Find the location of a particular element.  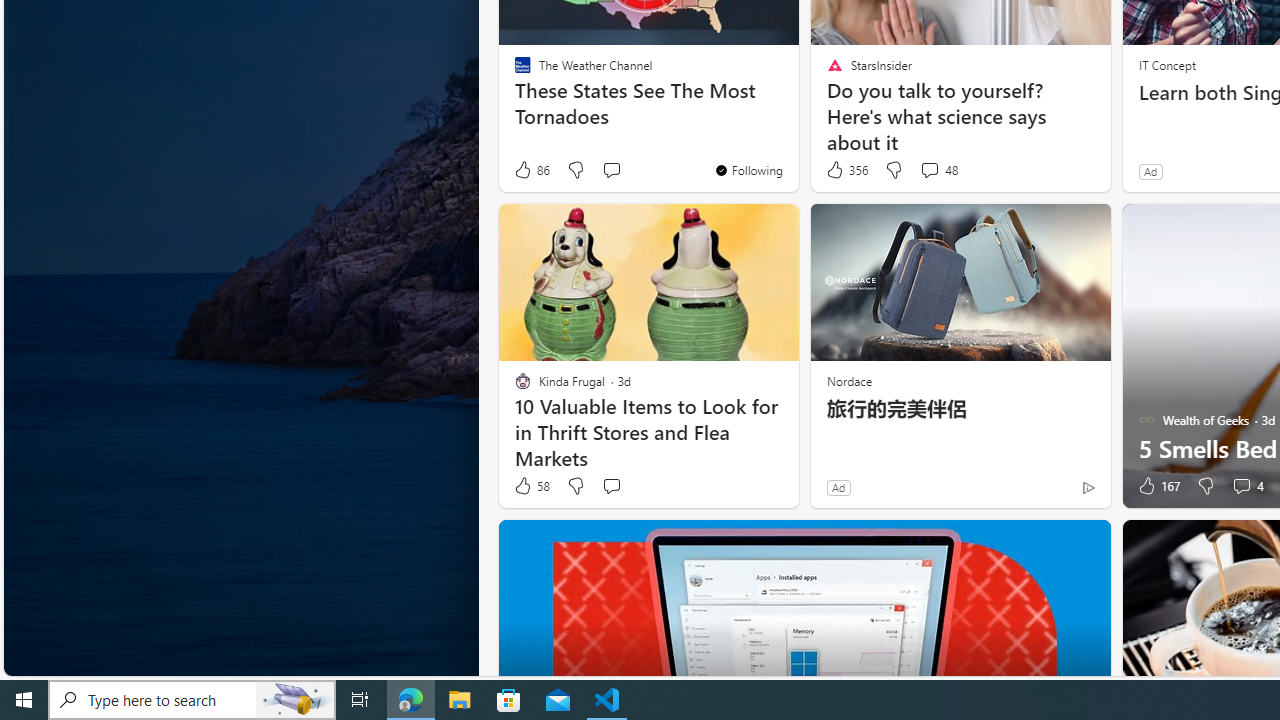

'167 Like' is located at coordinates (1157, 486).